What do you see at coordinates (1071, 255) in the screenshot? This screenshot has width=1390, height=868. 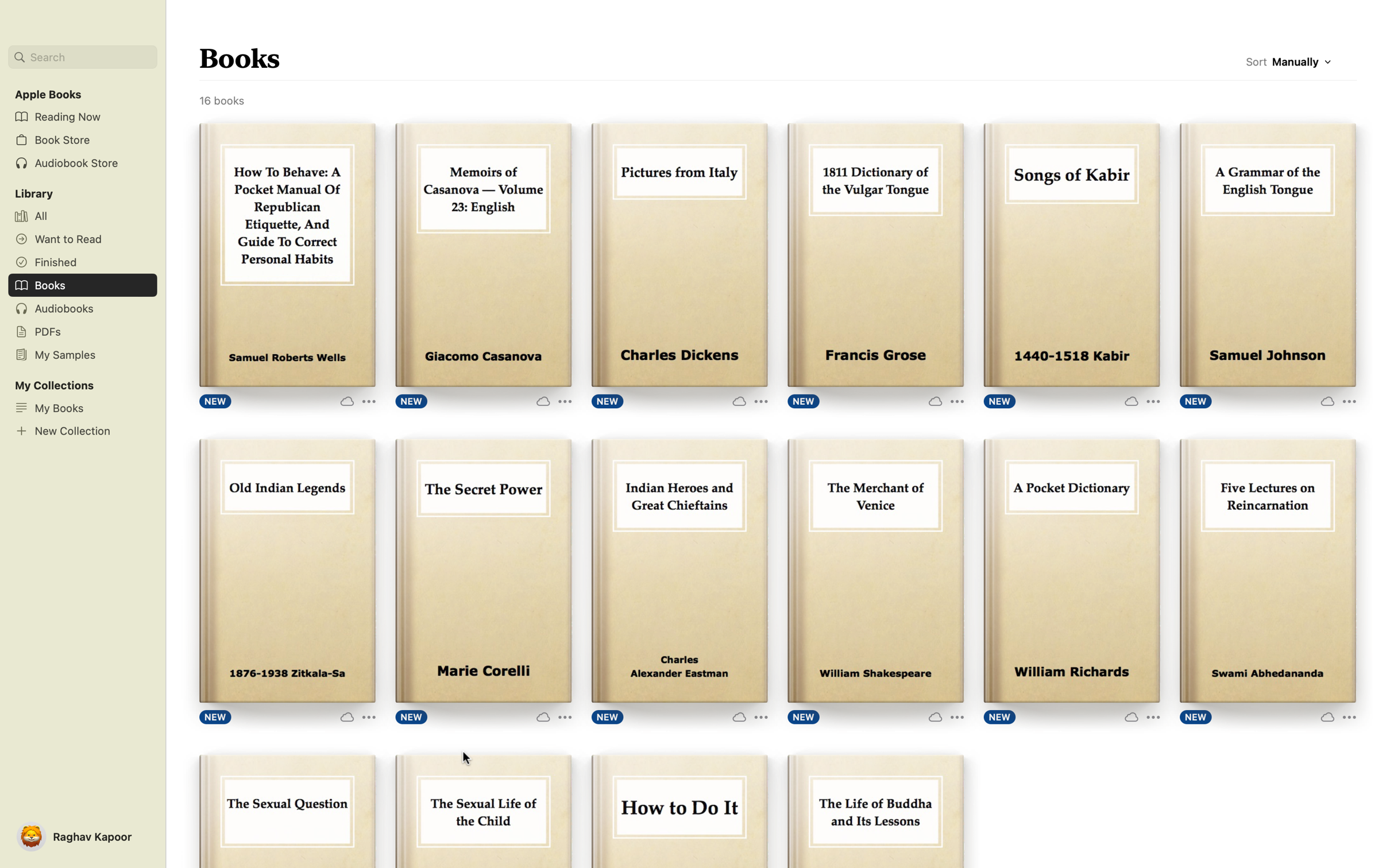 I see `double click to read the book "Songs of Kabir` at bounding box center [1071, 255].